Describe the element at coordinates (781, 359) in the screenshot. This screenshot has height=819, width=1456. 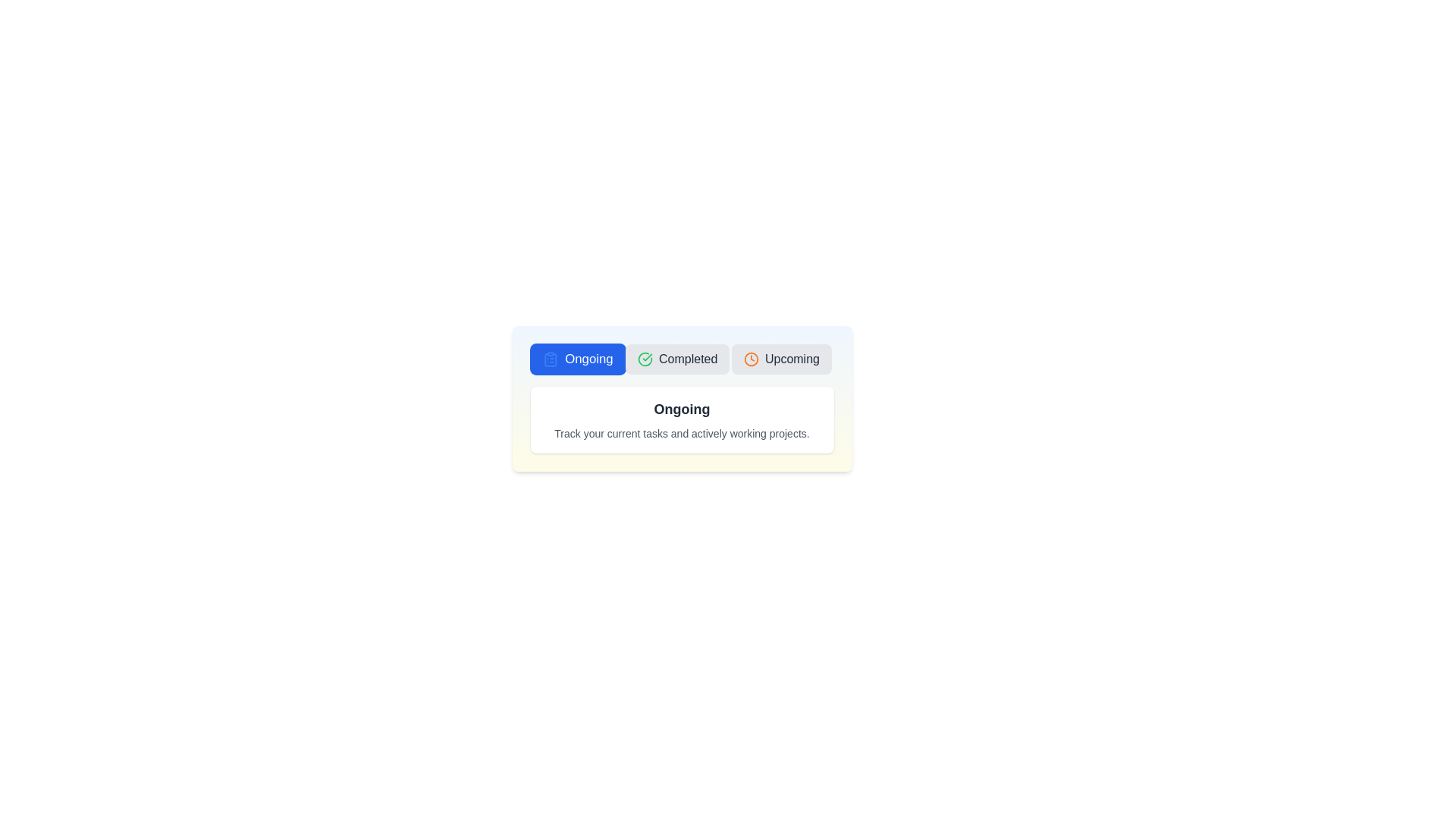
I see `the 'Upcoming' tab to view upcoming tasks` at that location.